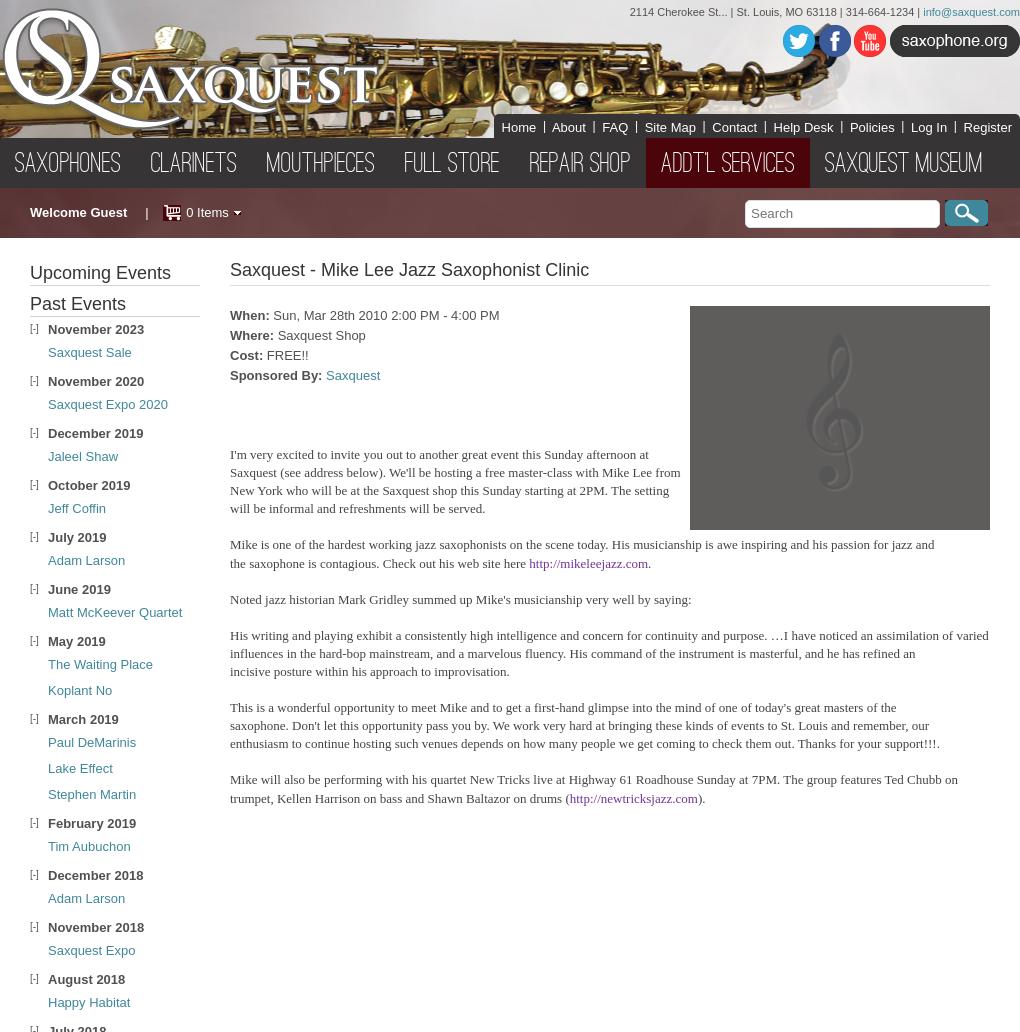  What do you see at coordinates (970, 11) in the screenshot?
I see `'info@saxquest.com'` at bounding box center [970, 11].